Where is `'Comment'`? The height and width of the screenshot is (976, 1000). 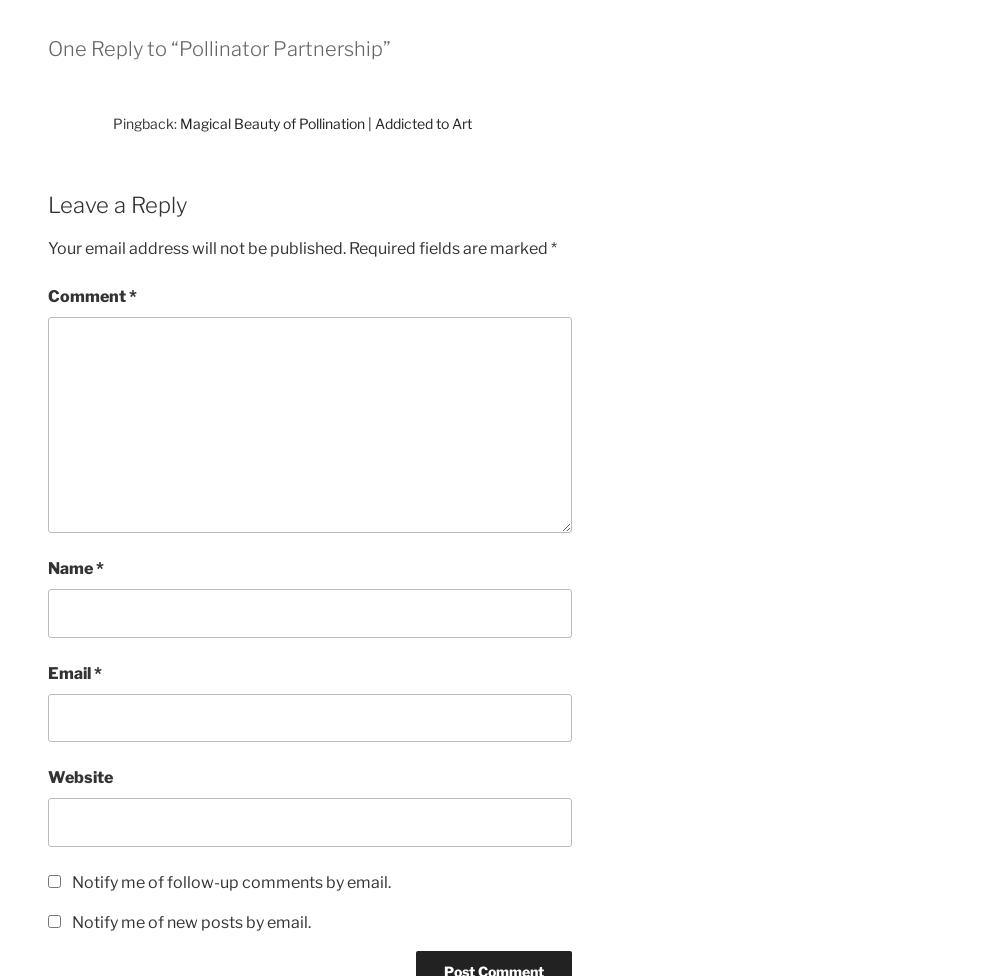 'Comment' is located at coordinates (87, 296).